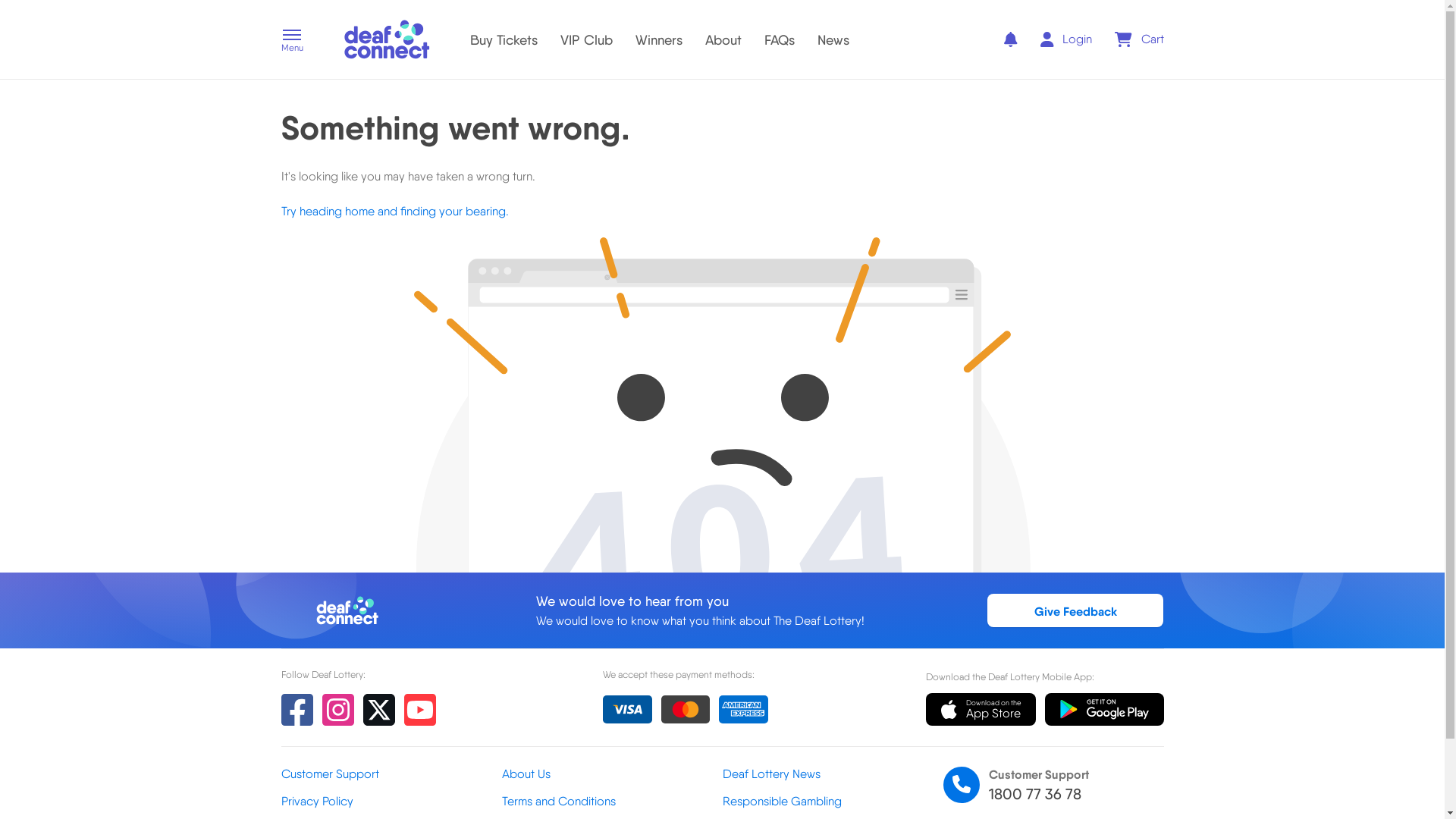 The width and height of the screenshot is (1456, 819). Describe the element at coordinates (981, 710) in the screenshot. I see `'Download on the` at that location.